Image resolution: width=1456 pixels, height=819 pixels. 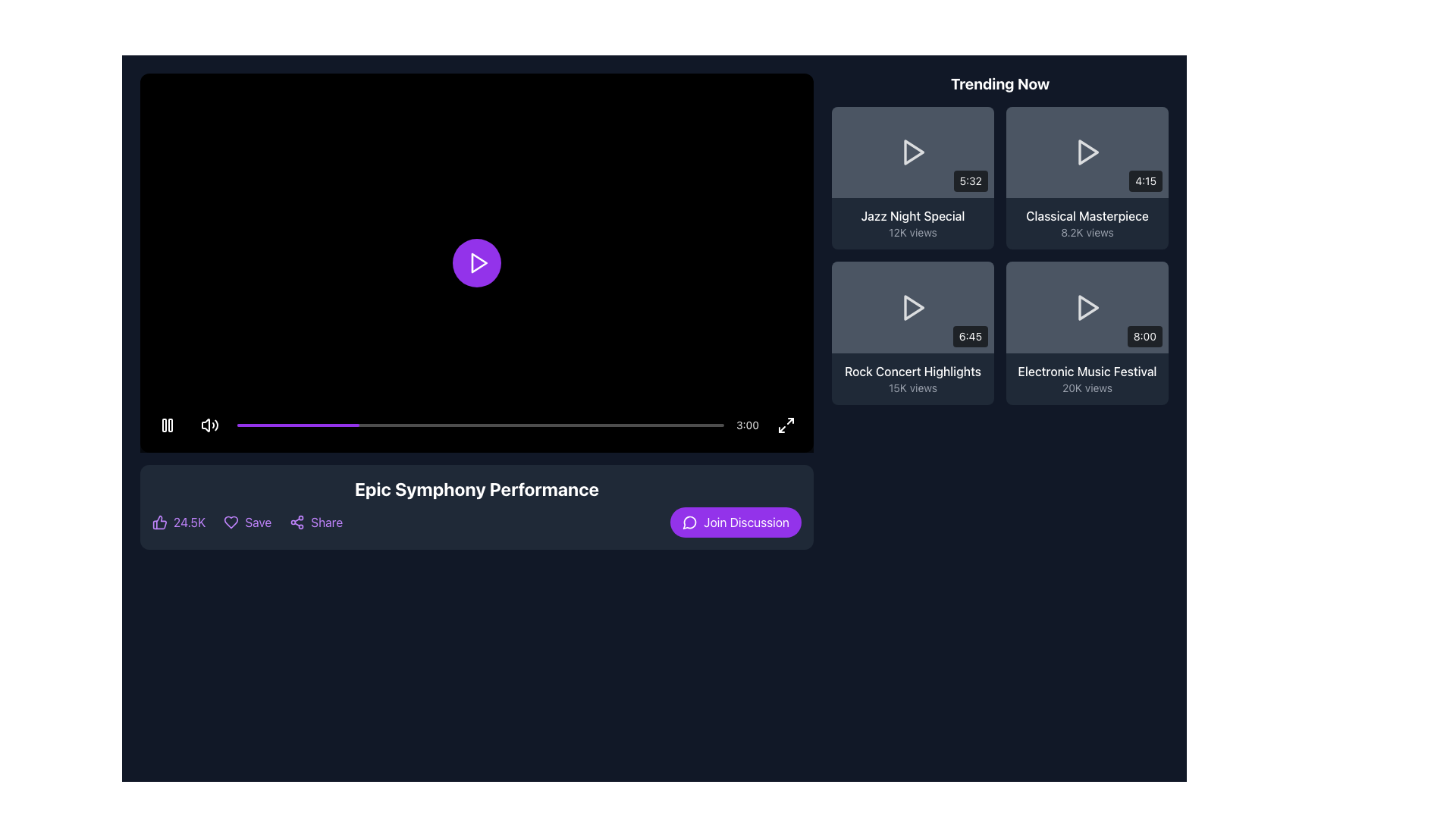 I want to click on the Text label displaying '12K views' located below 'Jazz Night Special' in the 'Trending Now' section, so click(x=912, y=233).